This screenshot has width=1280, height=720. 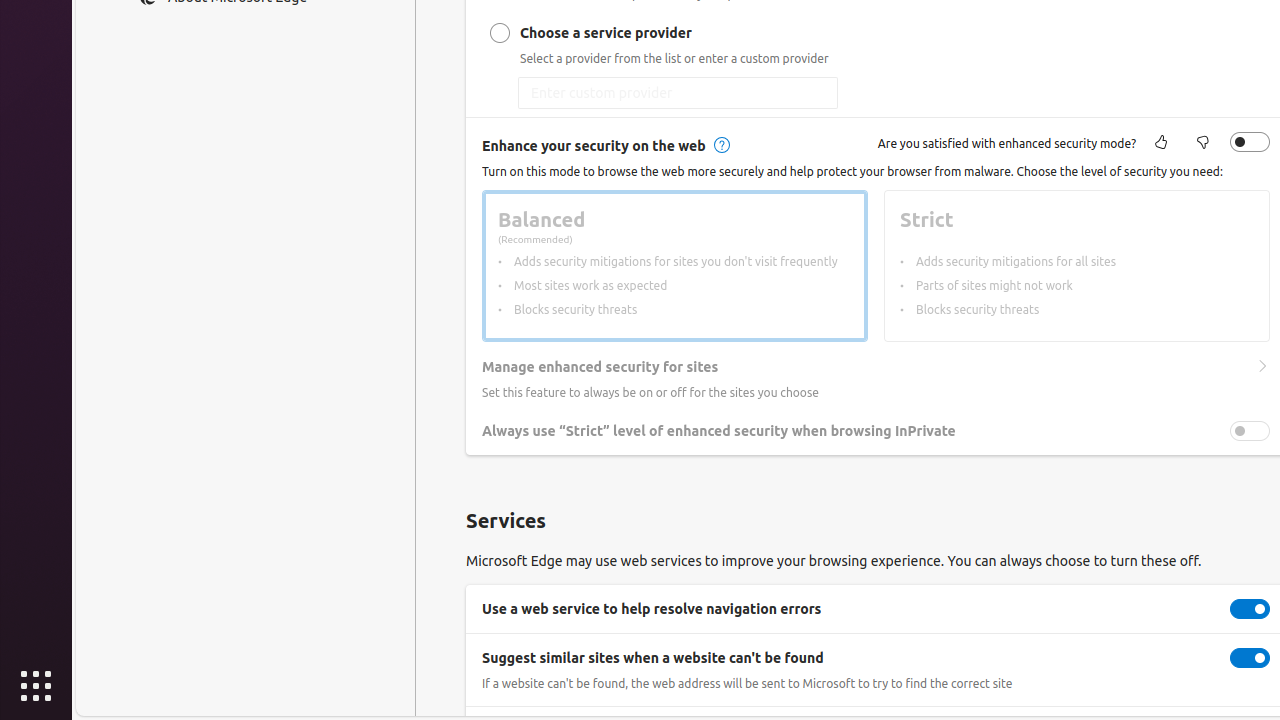 What do you see at coordinates (35, 685) in the screenshot?
I see `'Show Applications'` at bounding box center [35, 685].